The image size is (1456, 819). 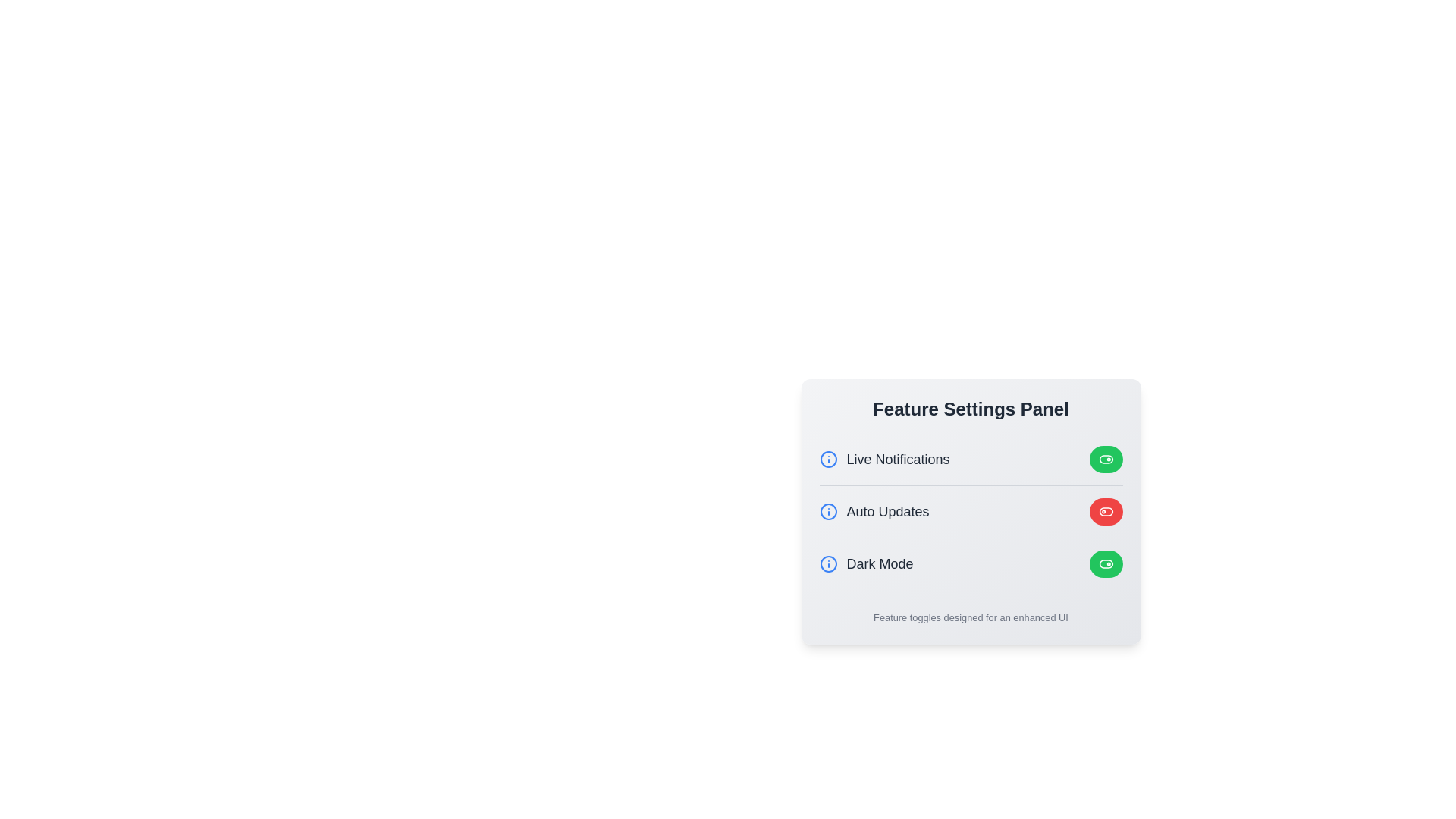 What do you see at coordinates (827, 564) in the screenshot?
I see `the 'Info' icon next to the feature Dark Mode to view its information` at bounding box center [827, 564].